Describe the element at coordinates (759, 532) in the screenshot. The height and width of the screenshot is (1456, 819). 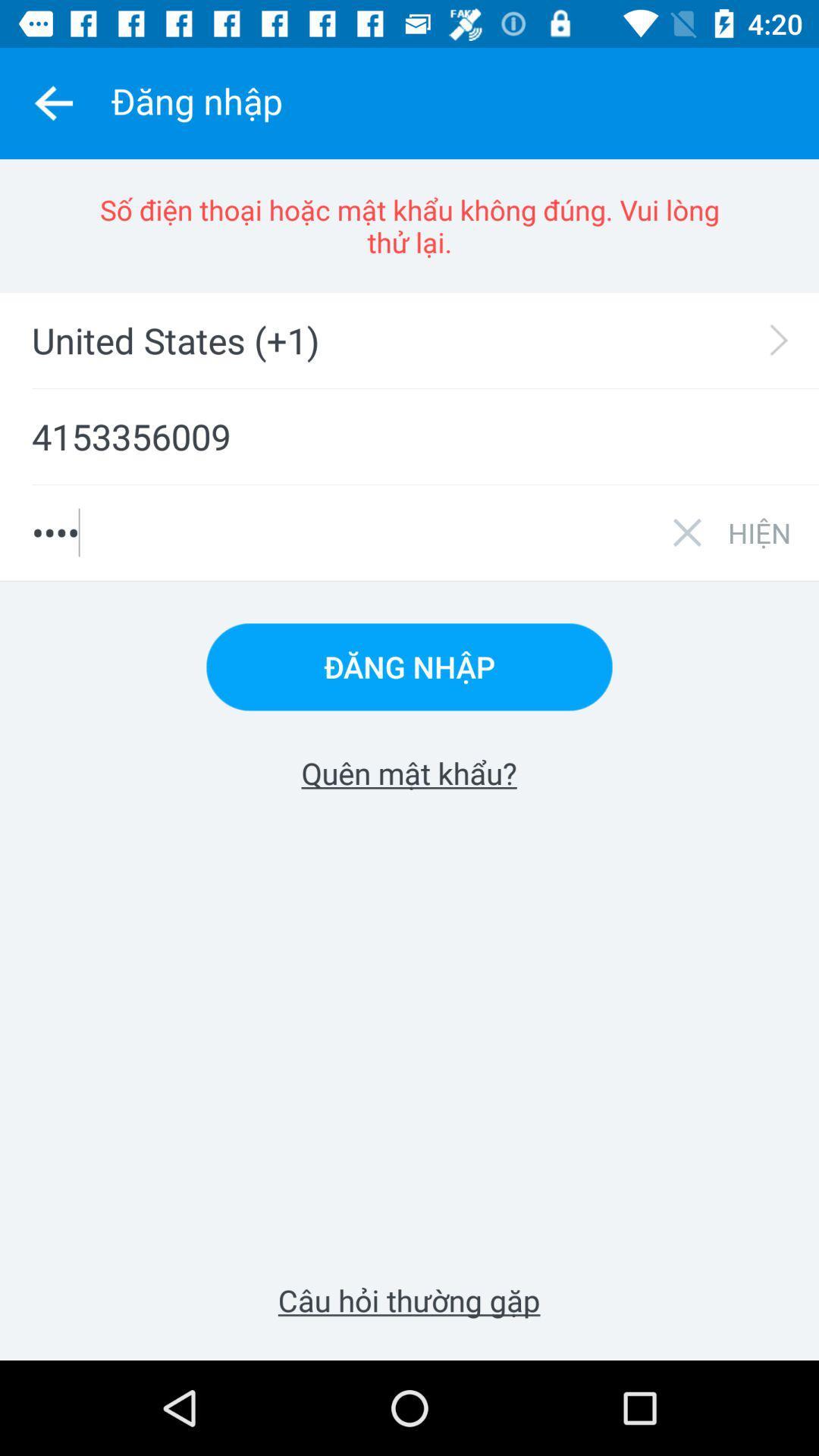
I see `icon to the right of the 2112 icon` at that location.